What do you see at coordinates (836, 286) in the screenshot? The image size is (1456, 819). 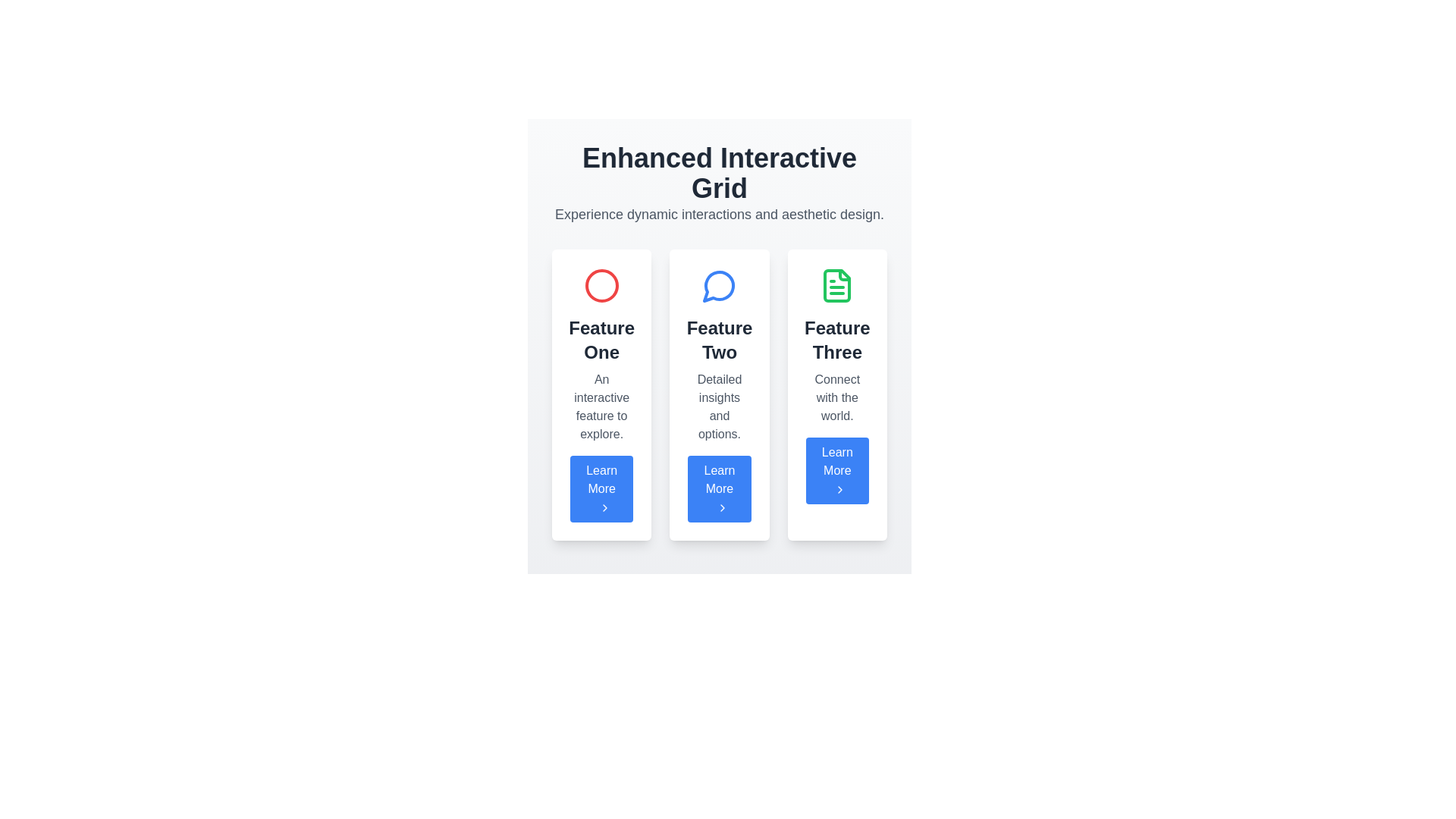 I see `the icon that signifies 'Feature Three' at the top of the 'Feature Three' card, which is centered horizontally above the title and descriptive text` at bounding box center [836, 286].